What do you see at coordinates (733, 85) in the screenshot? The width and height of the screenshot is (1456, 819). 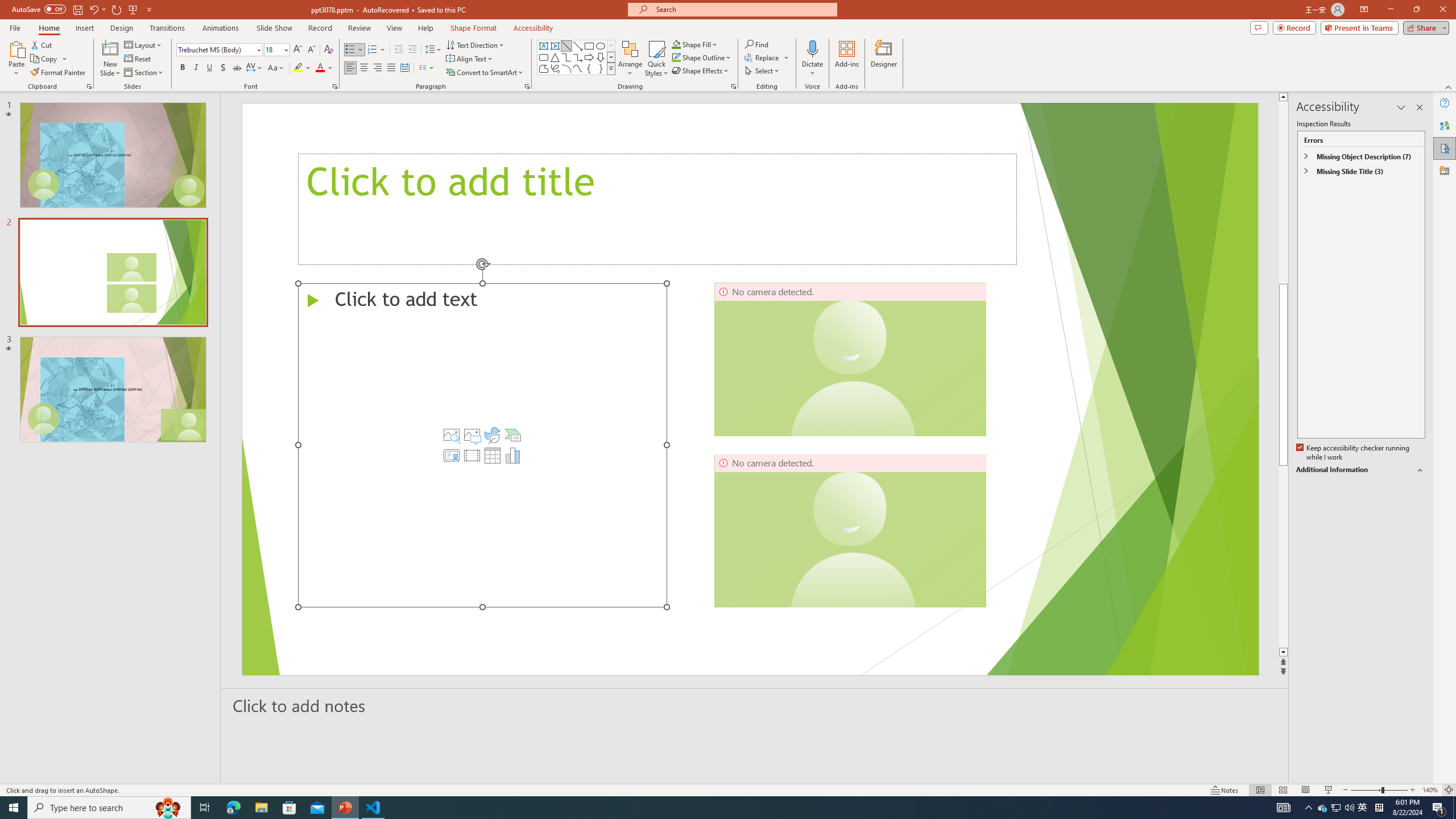 I see `'Format Object...'` at bounding box center [733, 85].